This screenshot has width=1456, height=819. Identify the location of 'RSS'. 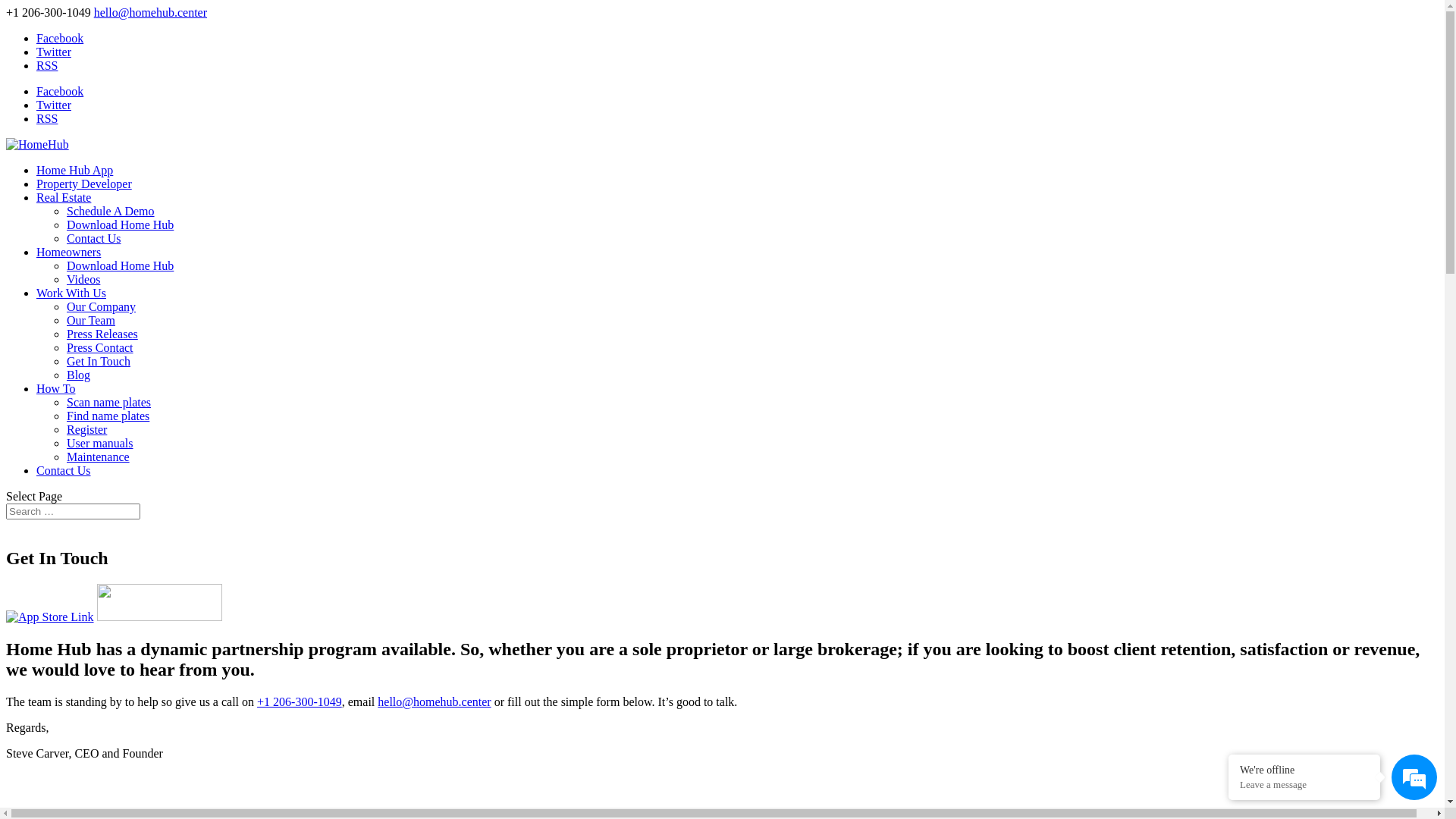
(47, 118).